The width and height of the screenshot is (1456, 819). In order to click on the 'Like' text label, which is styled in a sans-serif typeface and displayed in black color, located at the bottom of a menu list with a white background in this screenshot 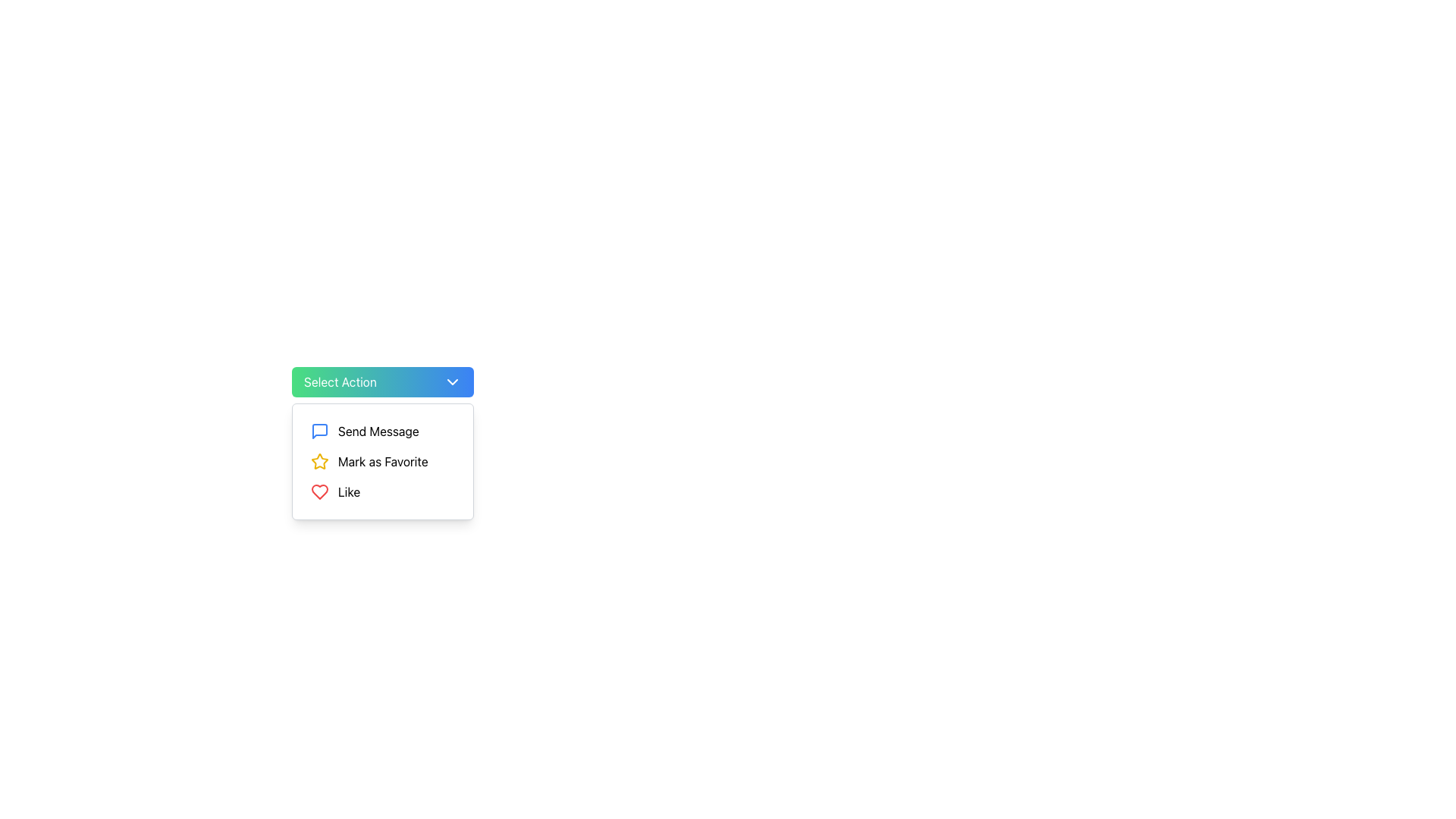, I will do `click(348, 491)`.